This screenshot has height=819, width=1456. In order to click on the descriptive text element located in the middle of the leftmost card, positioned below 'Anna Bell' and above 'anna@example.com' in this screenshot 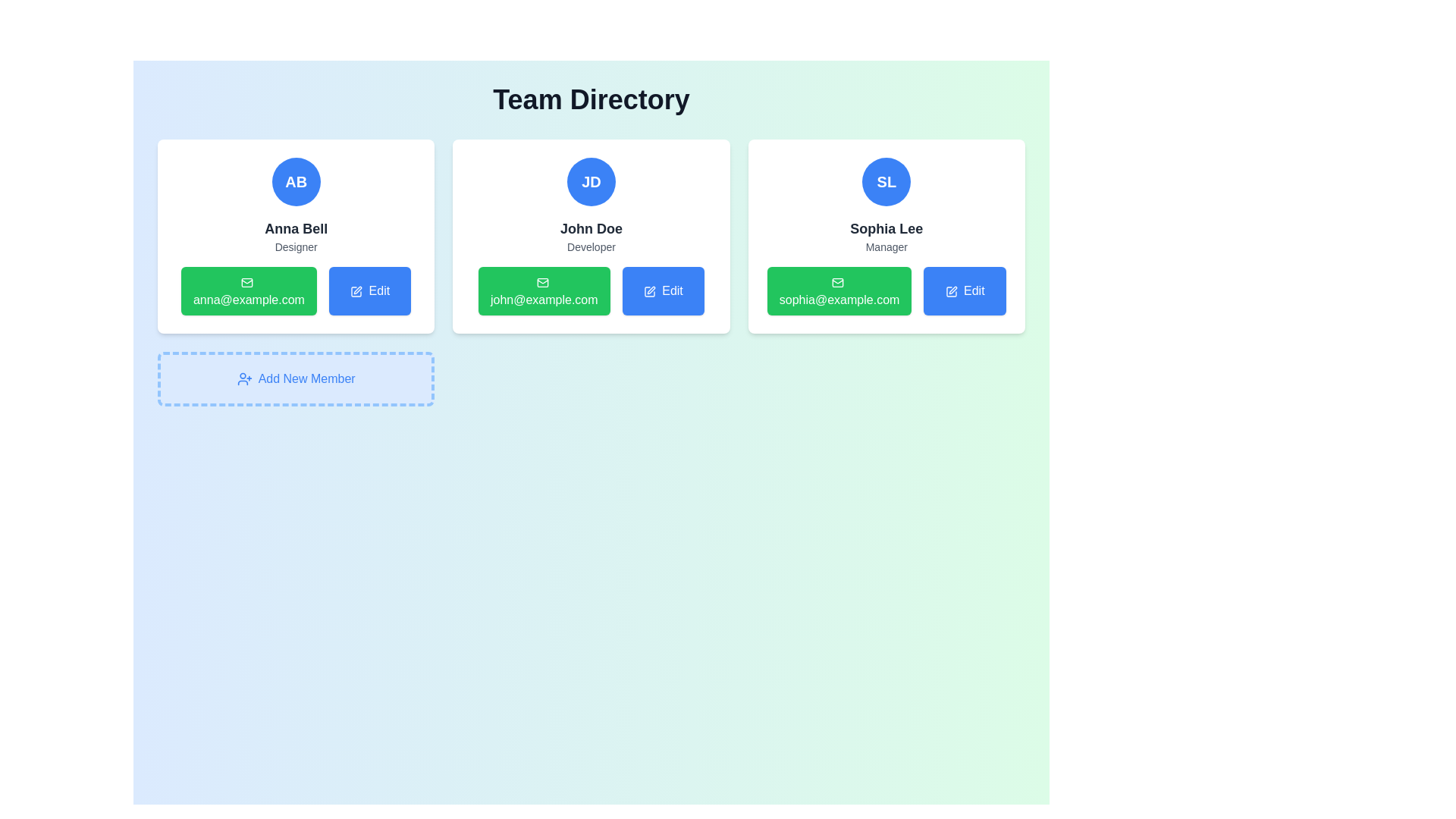, I will do `click(296, 246)`.